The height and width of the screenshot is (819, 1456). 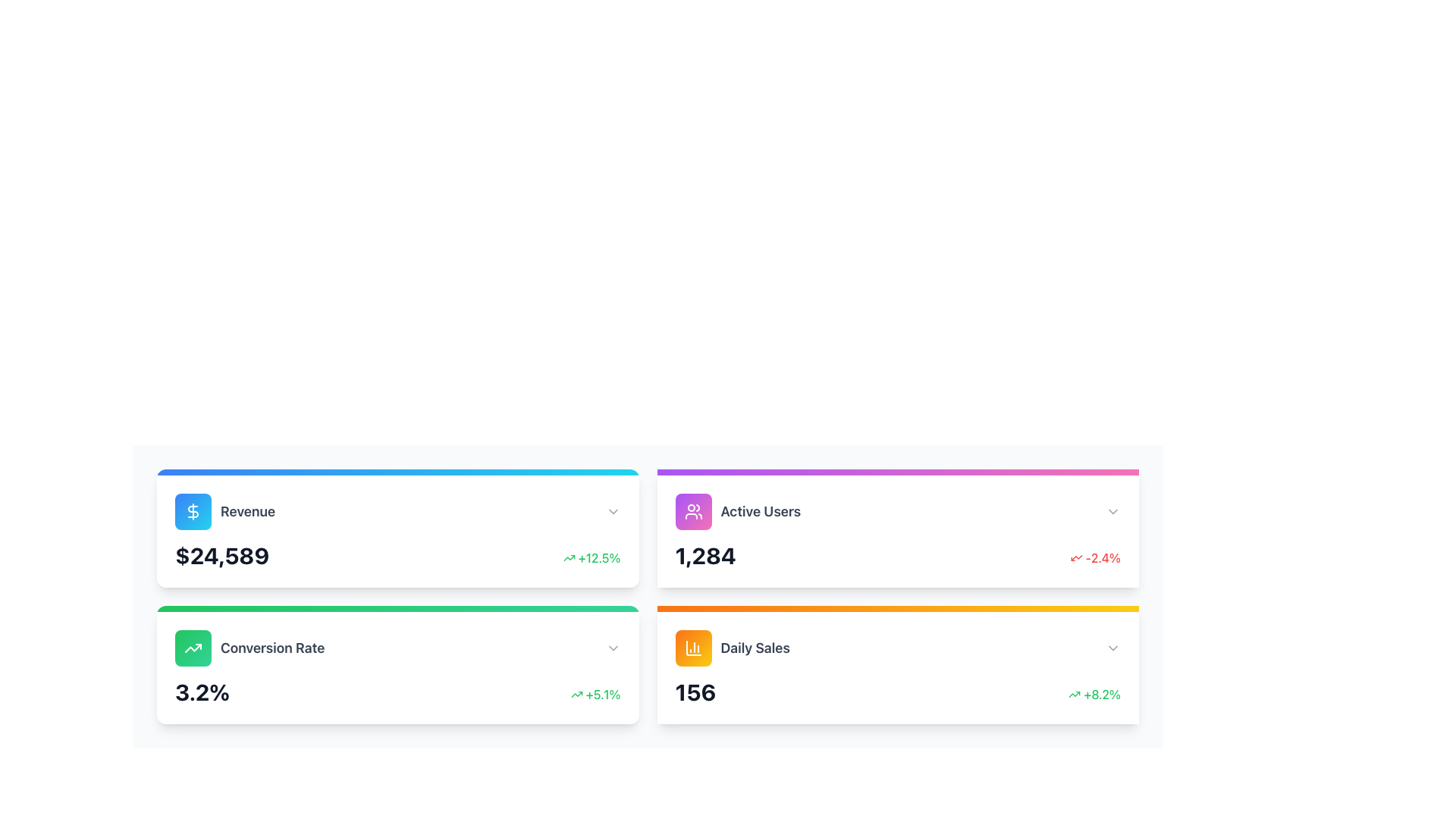 What do you see at coordinates (1094, 694) in the screenshot?
I see `the text and icon element displaying the percentage growth metric related to daily sales, located to the right of the numerical value '156' in the bottom-right section of the 'Daily Sales' card` at bounding box center [1094, 694].